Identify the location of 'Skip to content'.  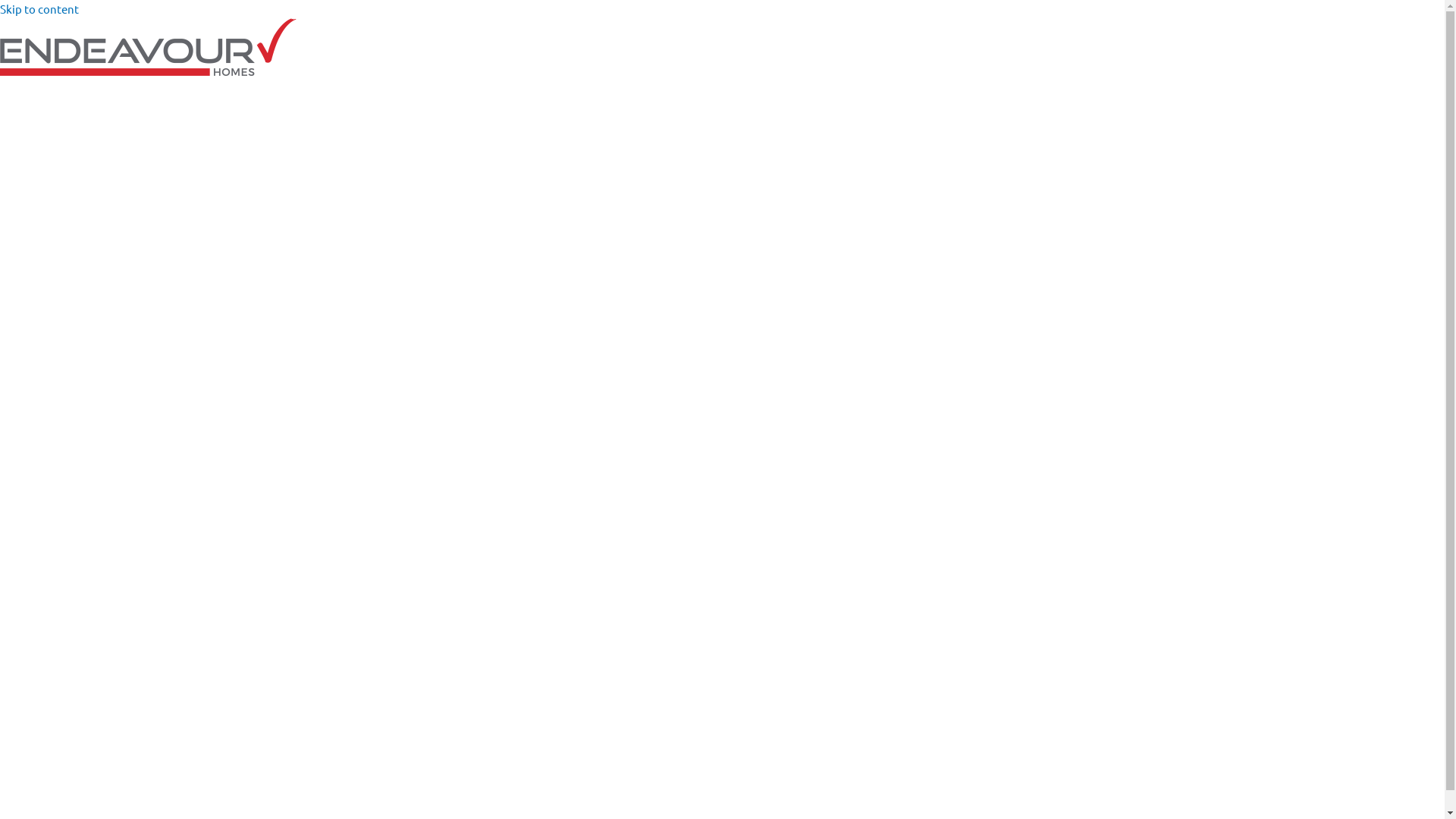
(39, 8).